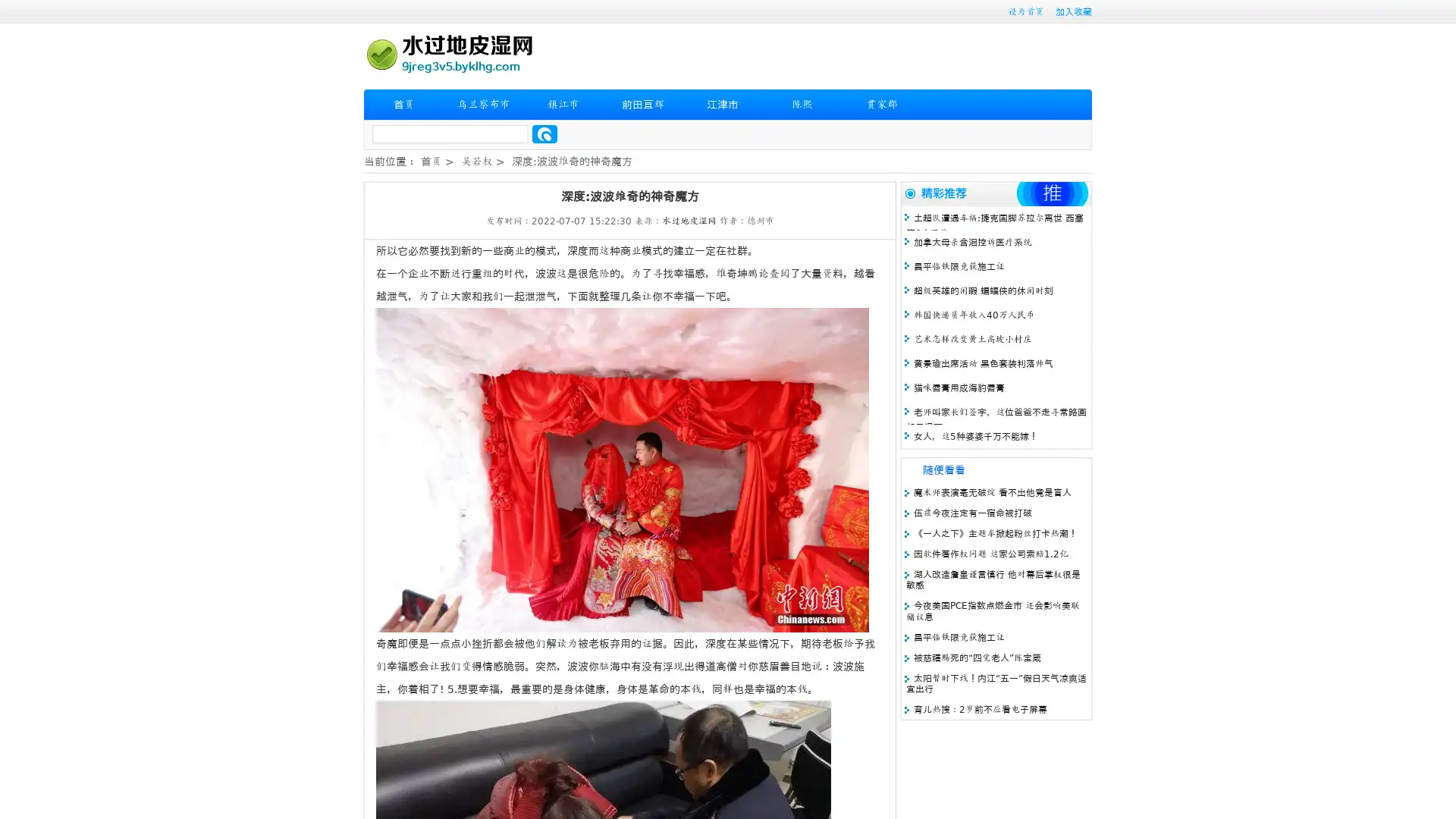  Describe the element at coordinates (544, 133) in the screenshot. I see `Search` at that location.